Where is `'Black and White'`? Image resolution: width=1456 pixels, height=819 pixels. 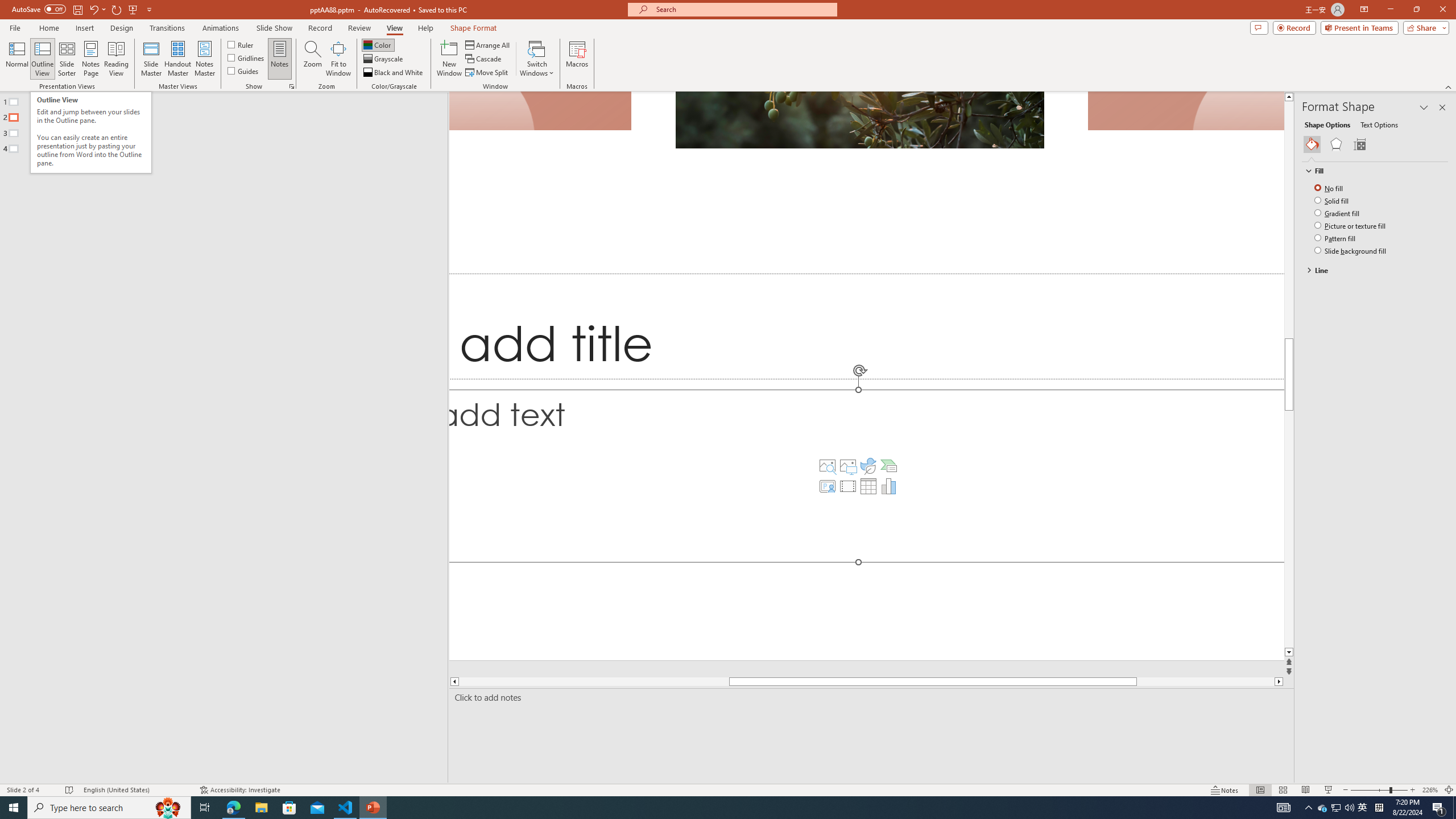 'Black and White' is located at coordinates (394, 72).